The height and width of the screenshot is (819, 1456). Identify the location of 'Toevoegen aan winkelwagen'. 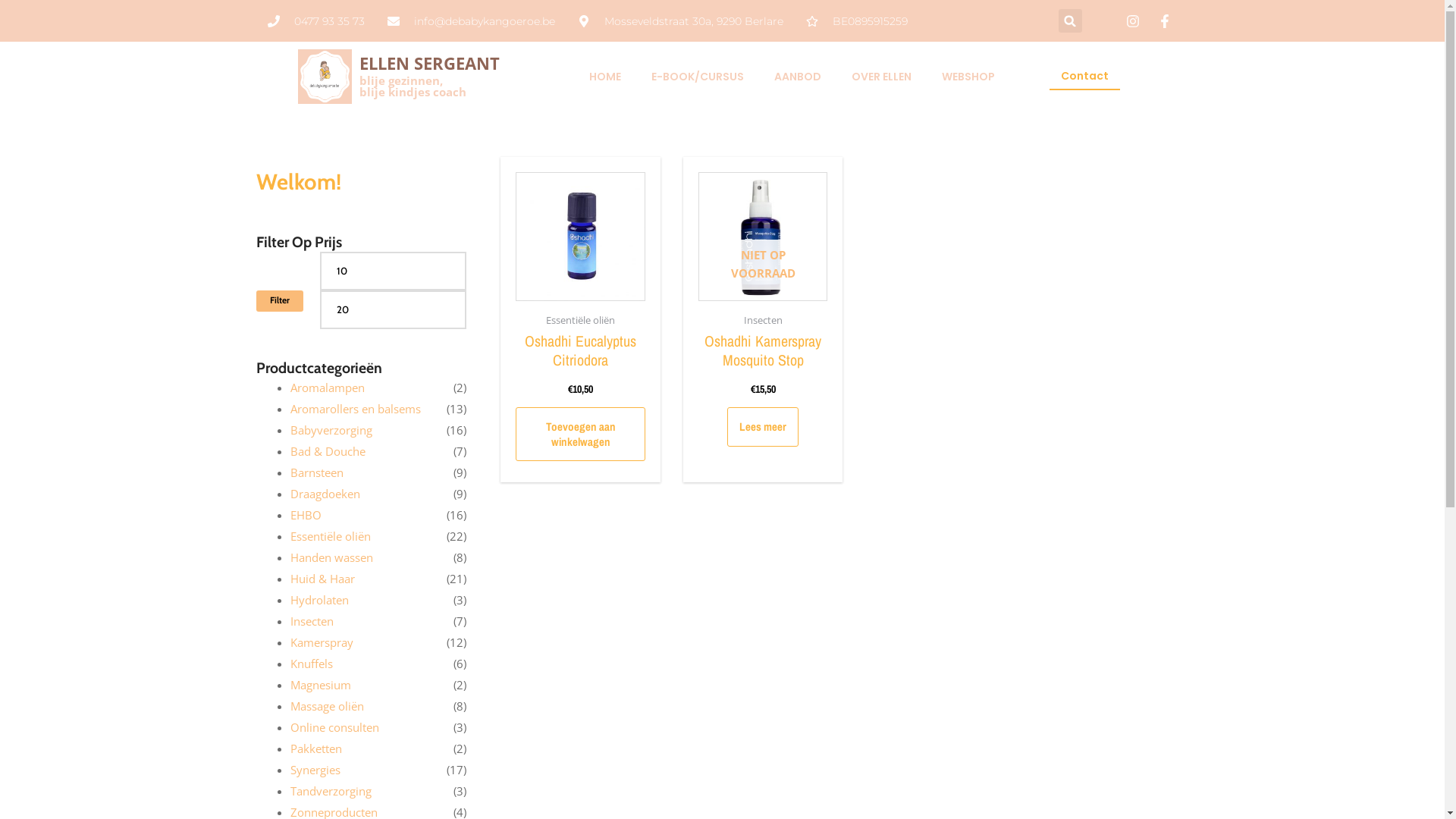
(516, 434).